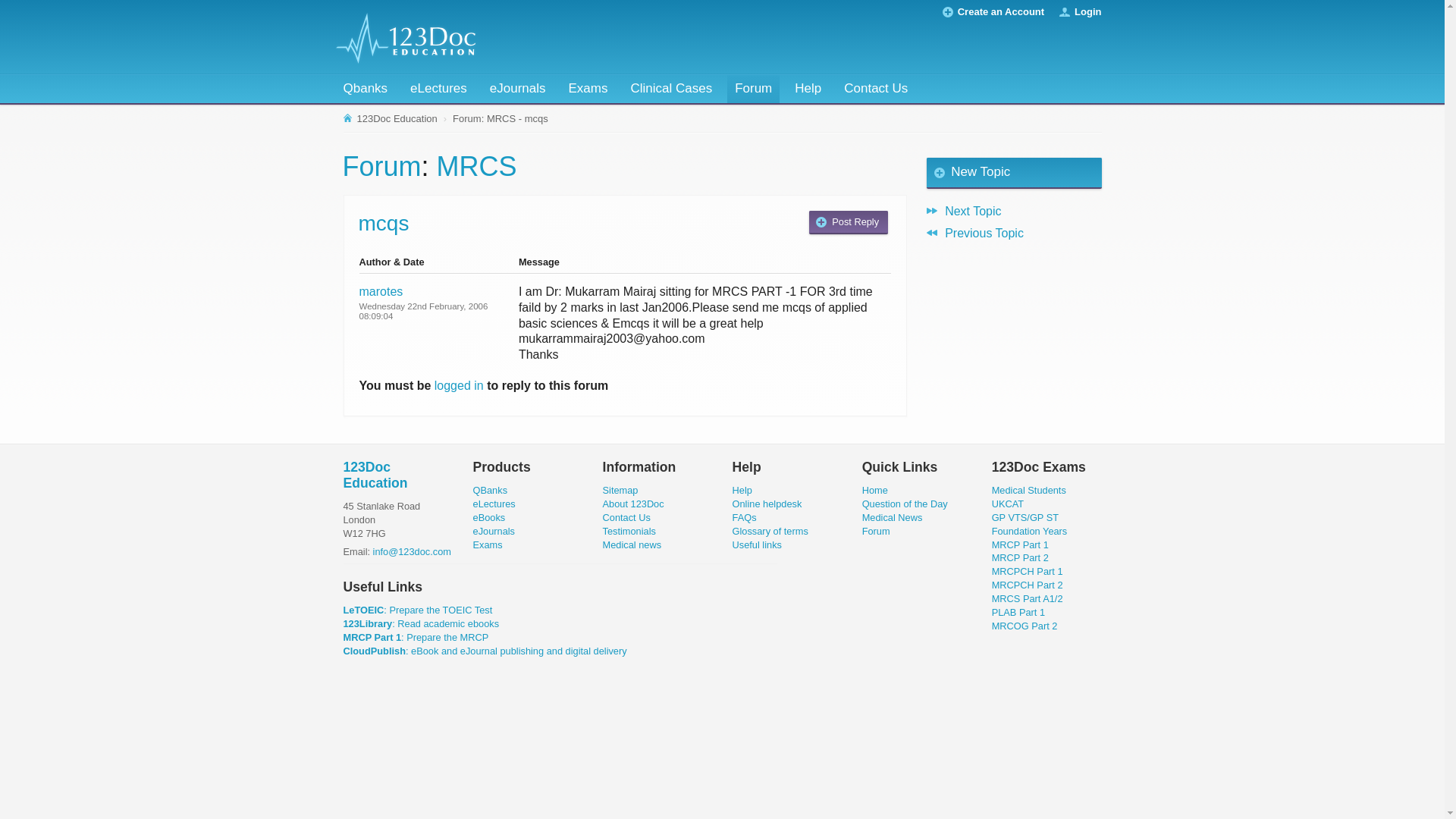  Describe the element at coordinates (494, 530) in the screenshot. I see `'eJournals'` at that location.